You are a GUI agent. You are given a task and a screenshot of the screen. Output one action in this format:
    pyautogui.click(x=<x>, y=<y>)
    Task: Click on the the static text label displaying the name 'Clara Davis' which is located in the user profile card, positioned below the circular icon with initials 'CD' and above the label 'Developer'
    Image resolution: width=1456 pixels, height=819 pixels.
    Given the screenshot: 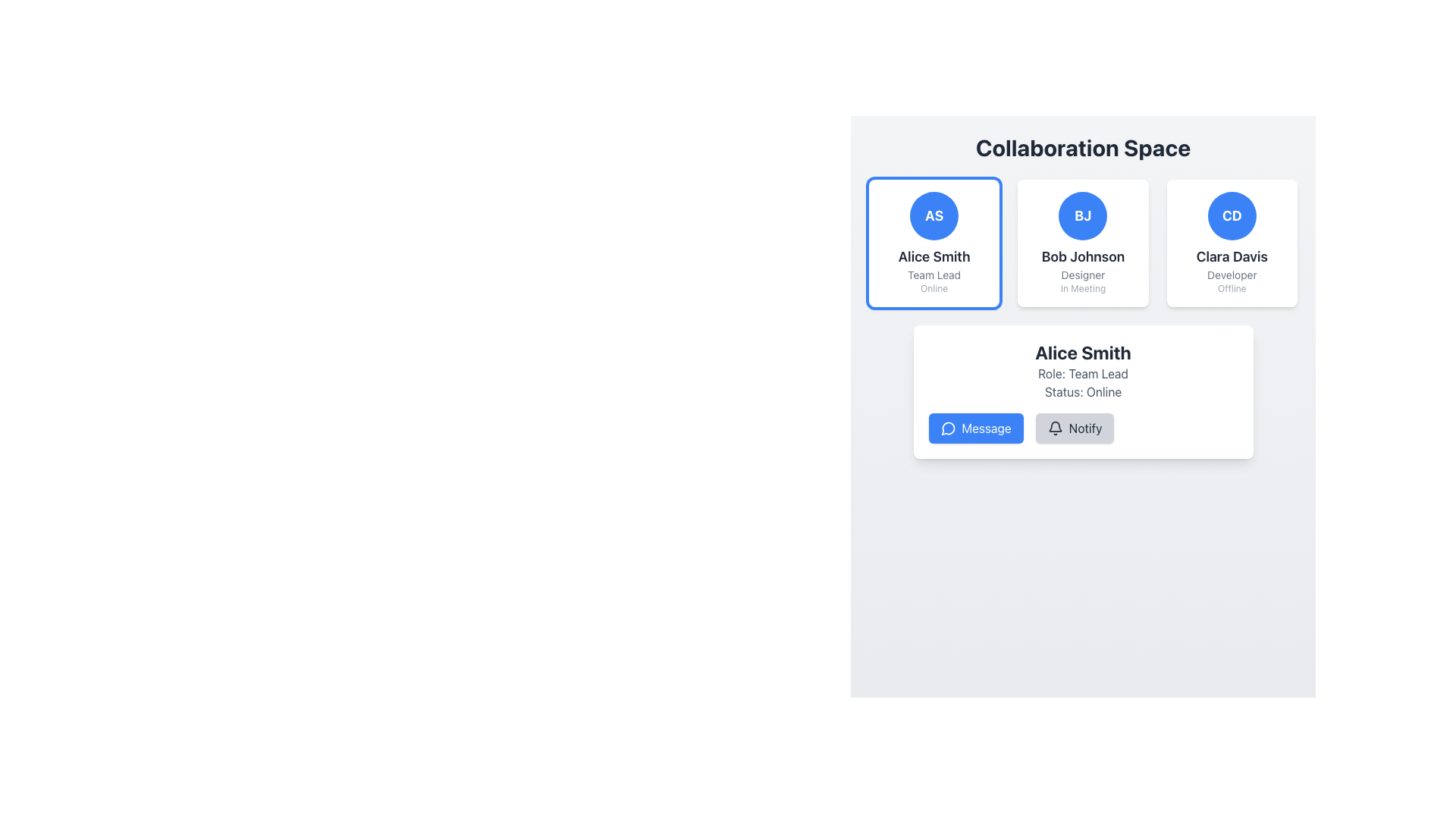 What is the action you would take?
    pyautogui.click(x=1232, y=256)
    